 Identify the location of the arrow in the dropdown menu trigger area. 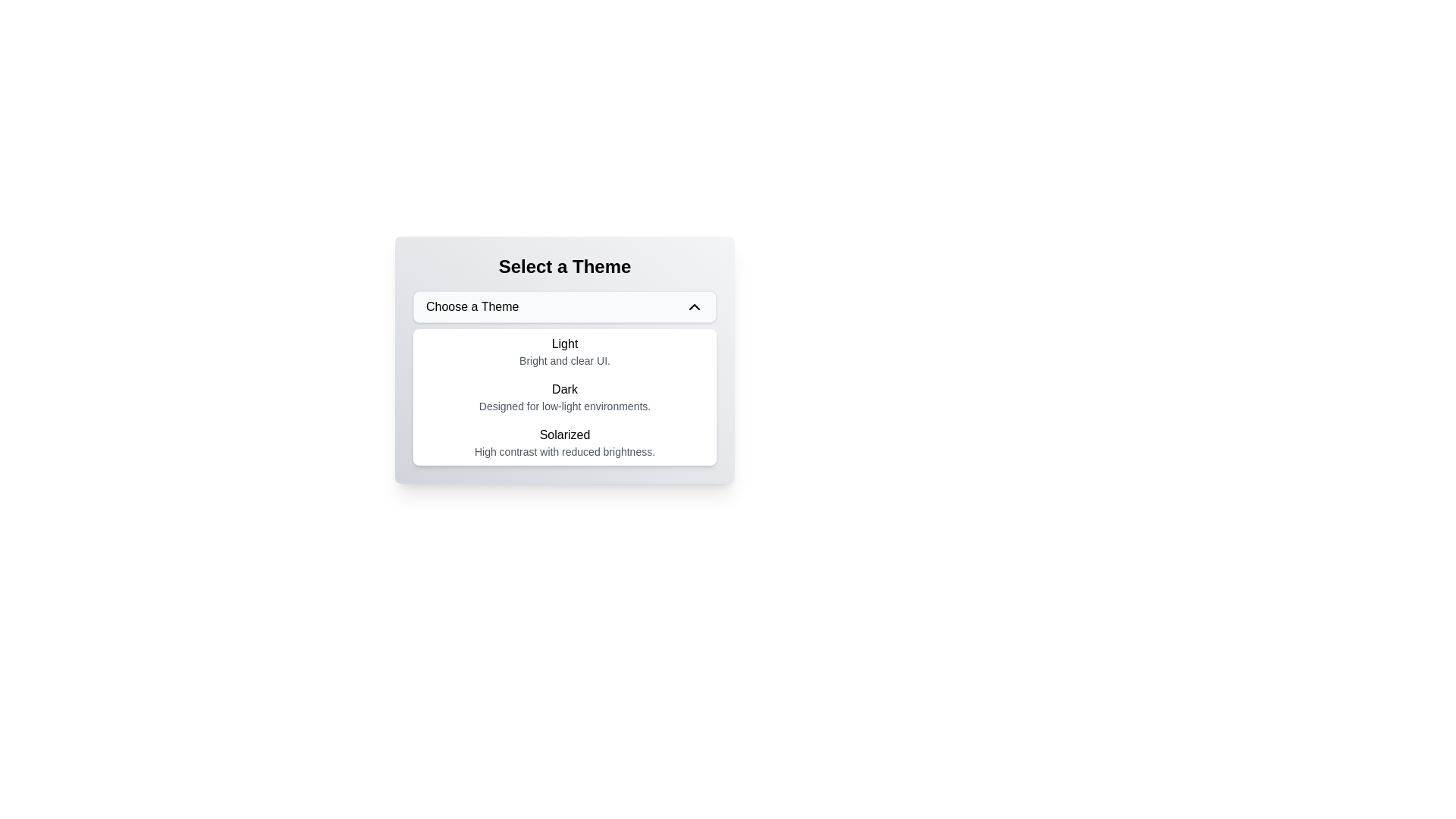
(563, 307).